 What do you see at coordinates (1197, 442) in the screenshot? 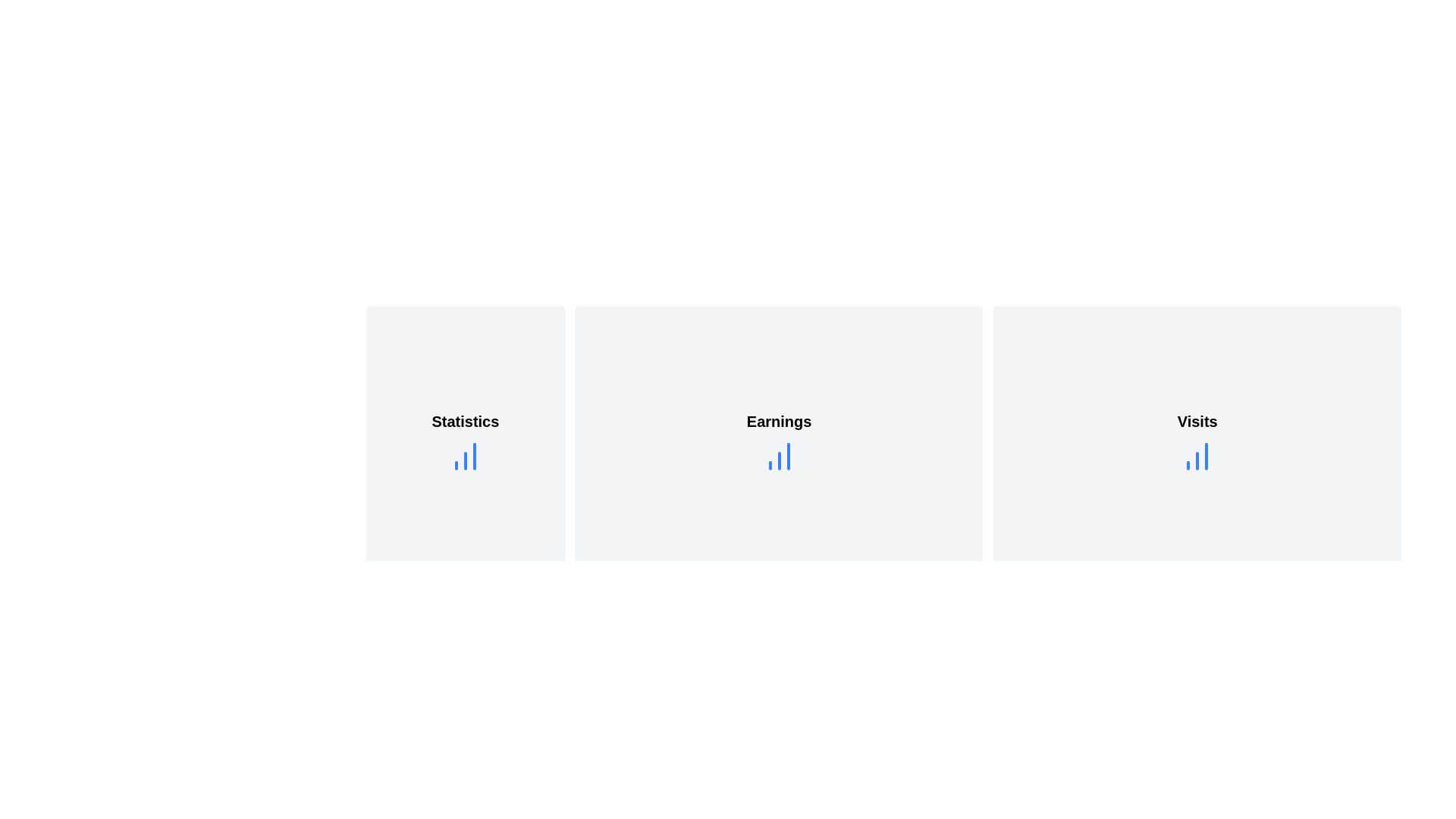
I see `the 'Visits' summary card, which is the first card among three sibling cards at the top of the column` at bounding box center [1197, 442].